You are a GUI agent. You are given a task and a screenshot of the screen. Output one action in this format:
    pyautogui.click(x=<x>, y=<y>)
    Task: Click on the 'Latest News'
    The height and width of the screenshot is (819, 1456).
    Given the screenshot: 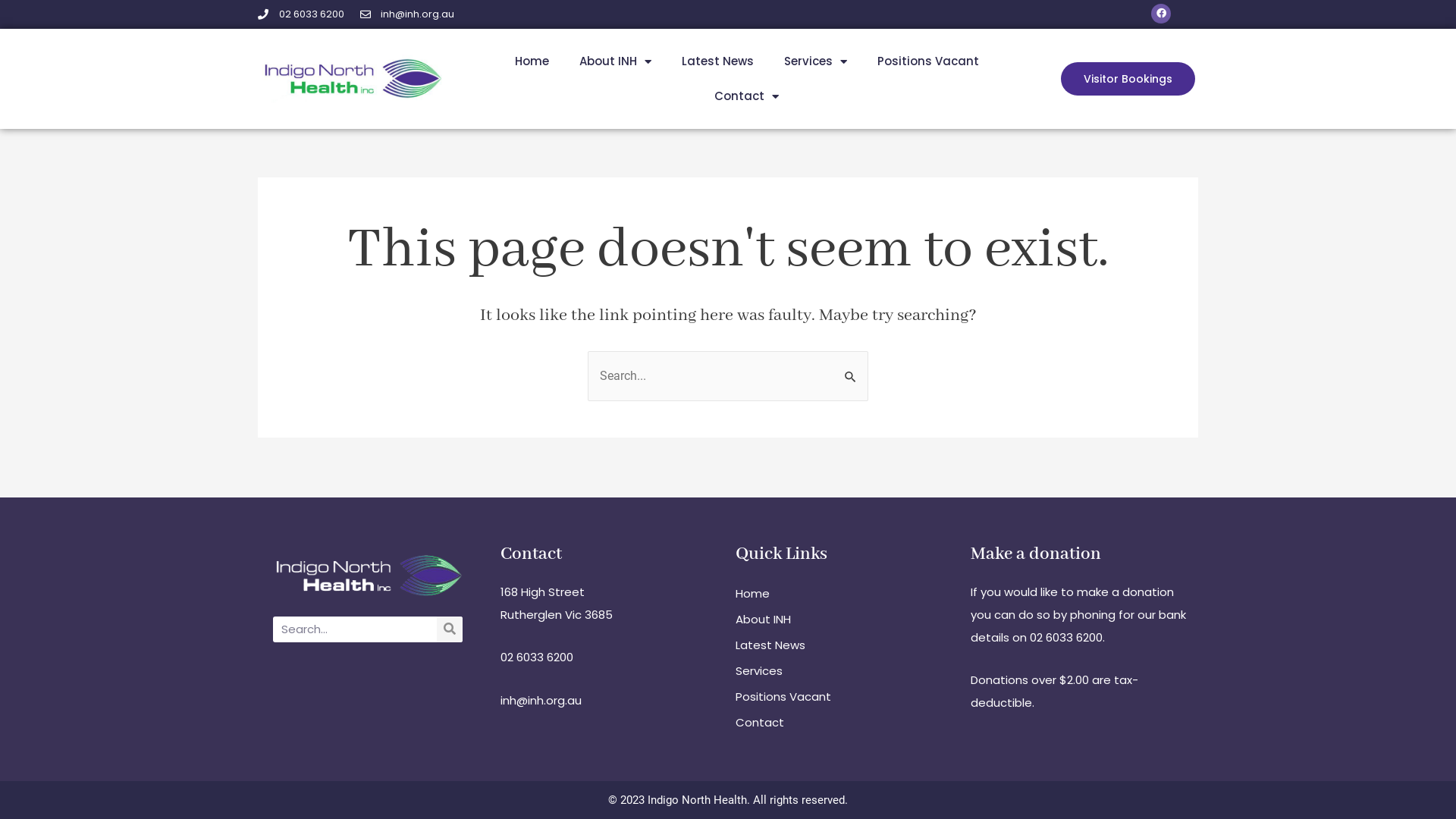 What is the action you would take?
    pyautogui.click(x=844, y=645)
    